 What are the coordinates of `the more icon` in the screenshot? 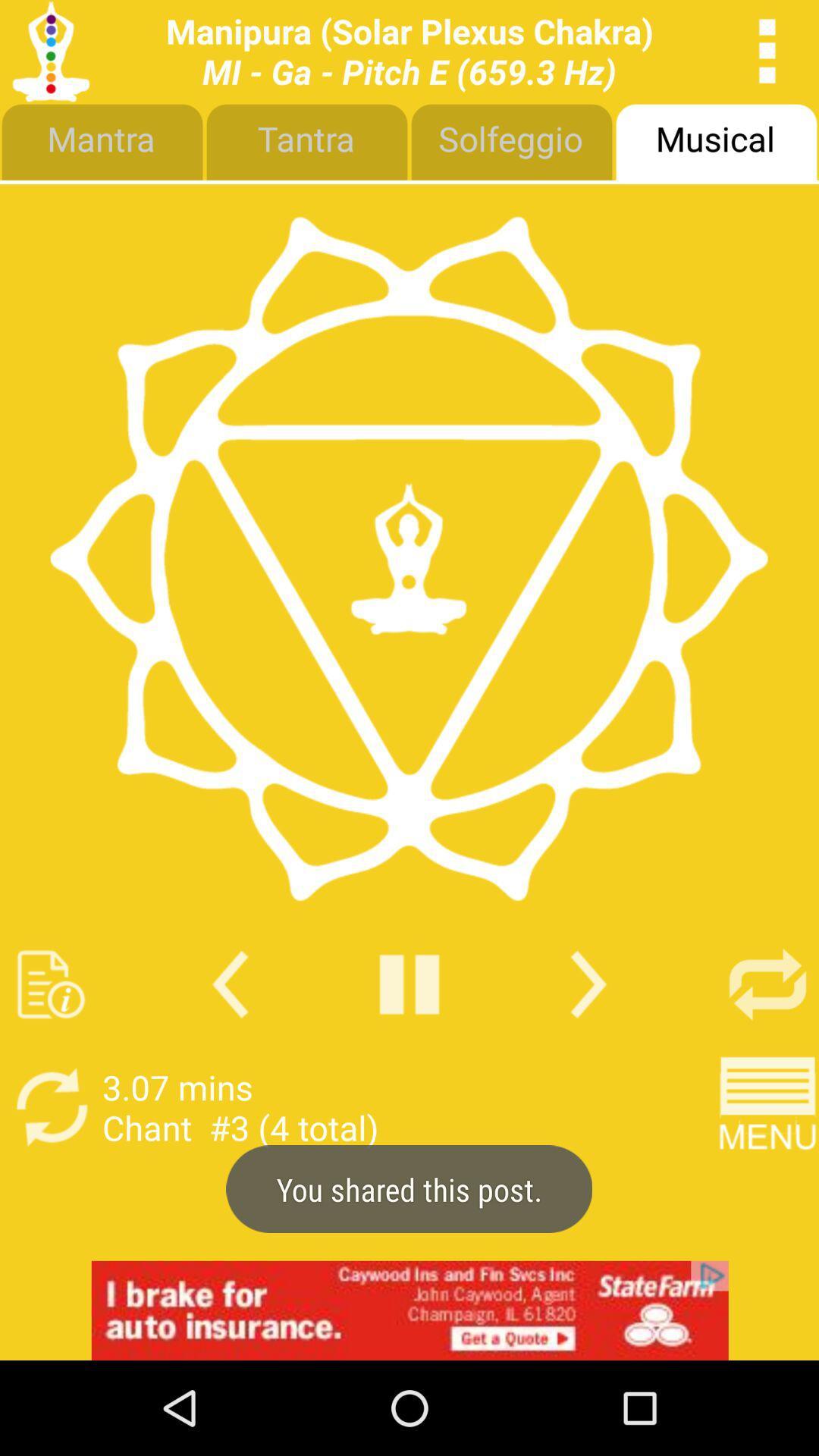 It's located at (767, 55).